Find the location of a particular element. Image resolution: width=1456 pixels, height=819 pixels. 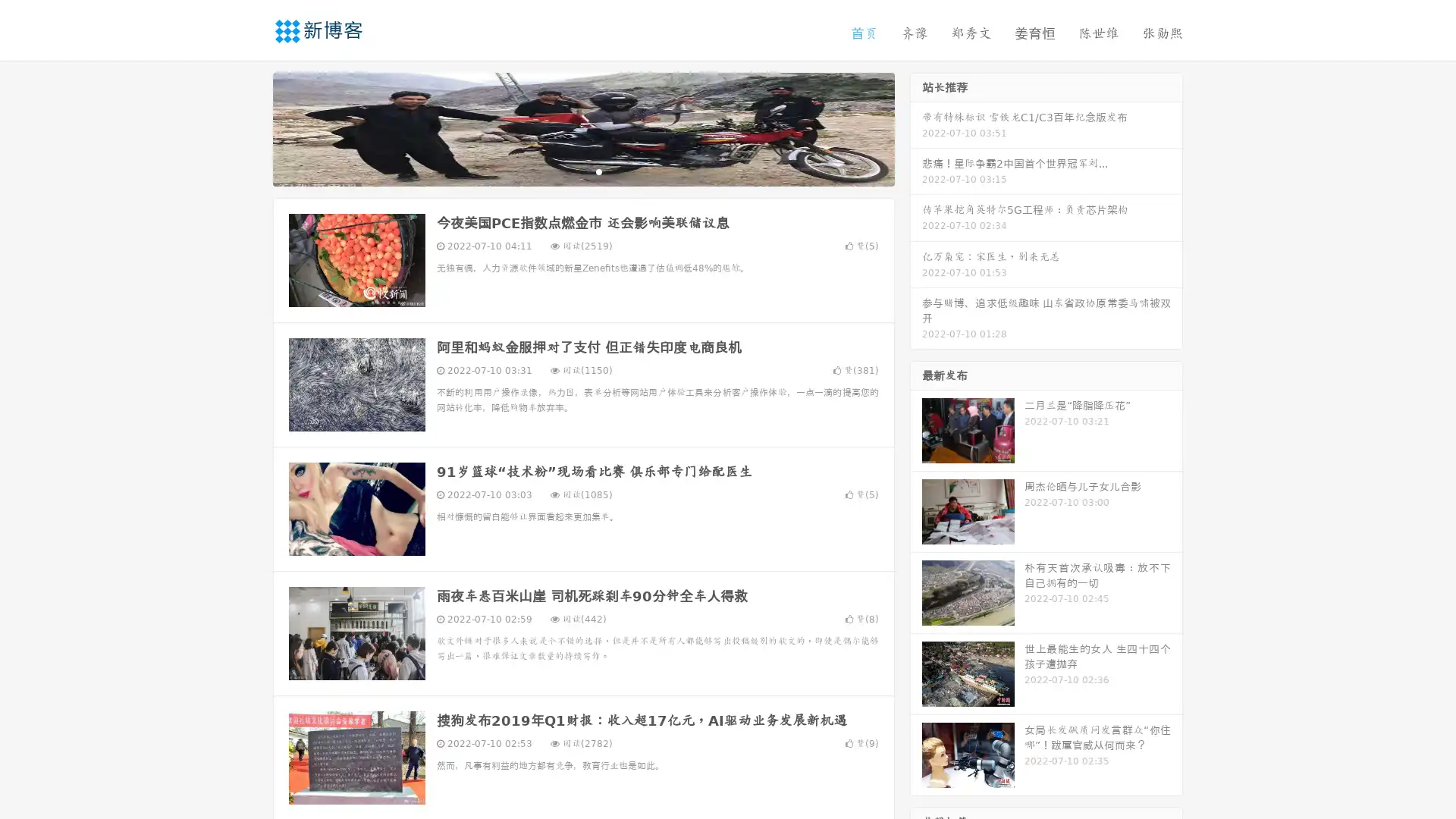

Go to slide 2 is located at coordinates (582, 171).